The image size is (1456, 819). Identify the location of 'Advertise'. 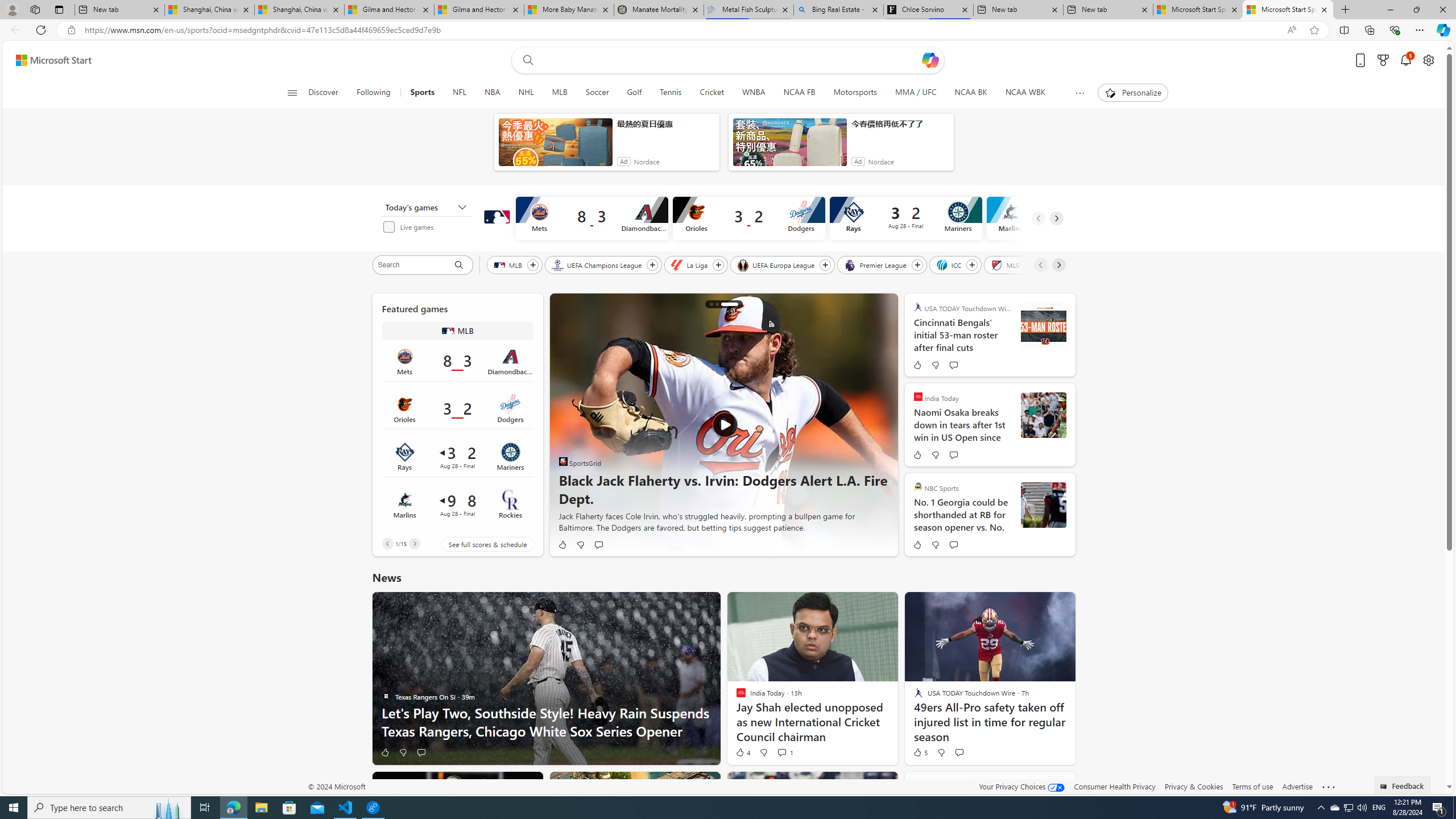
(1296, 786).